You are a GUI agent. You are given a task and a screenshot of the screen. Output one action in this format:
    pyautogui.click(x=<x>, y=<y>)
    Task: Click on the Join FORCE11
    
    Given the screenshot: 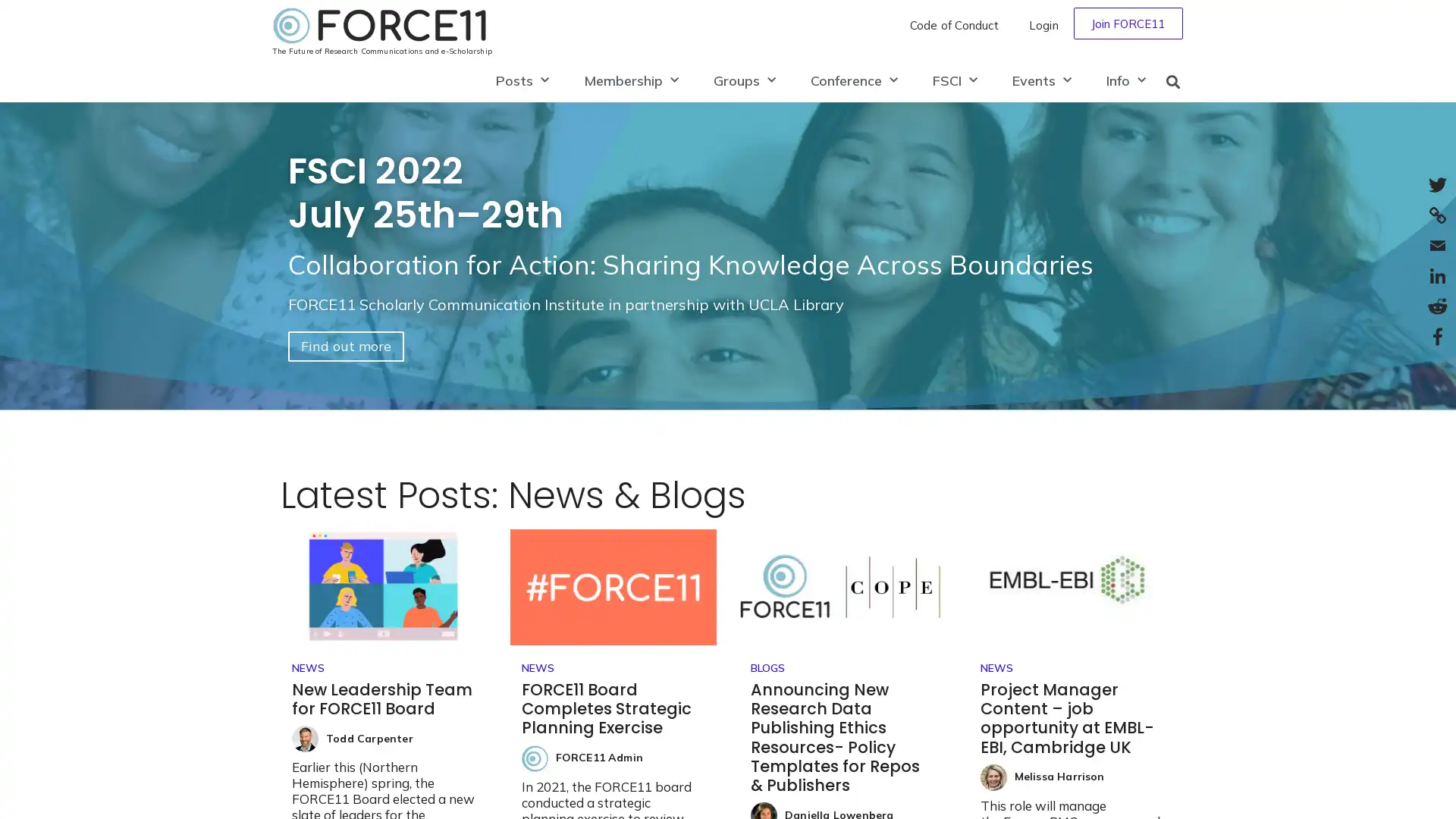 What is the action you would take?
    pyautogui.click(x=1128, y=23)
    